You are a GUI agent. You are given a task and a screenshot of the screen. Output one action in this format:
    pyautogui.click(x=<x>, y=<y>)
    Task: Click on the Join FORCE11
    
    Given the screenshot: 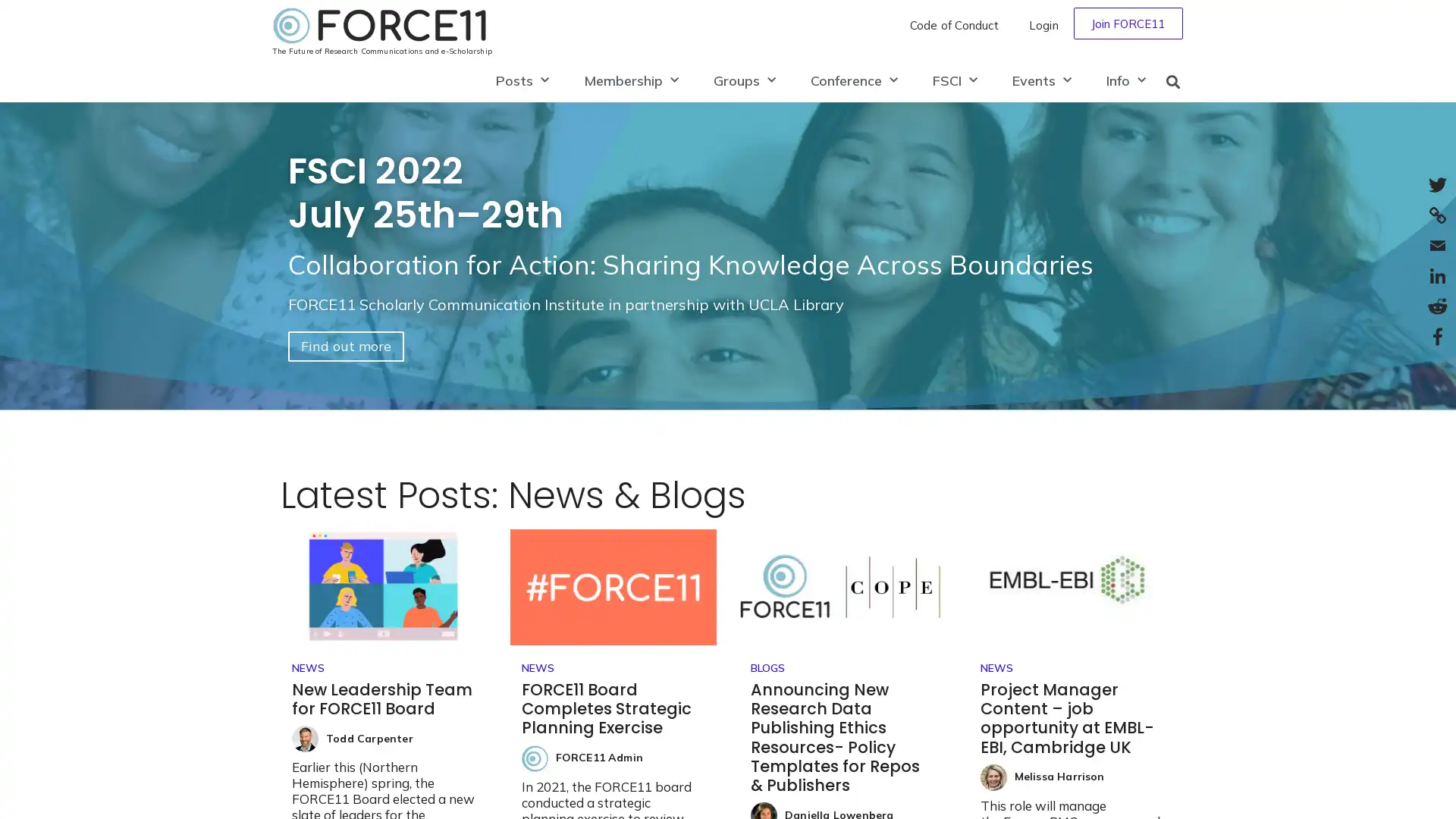 What is the action you would take?
    pyautogui.click(x=1128, y=23)
    